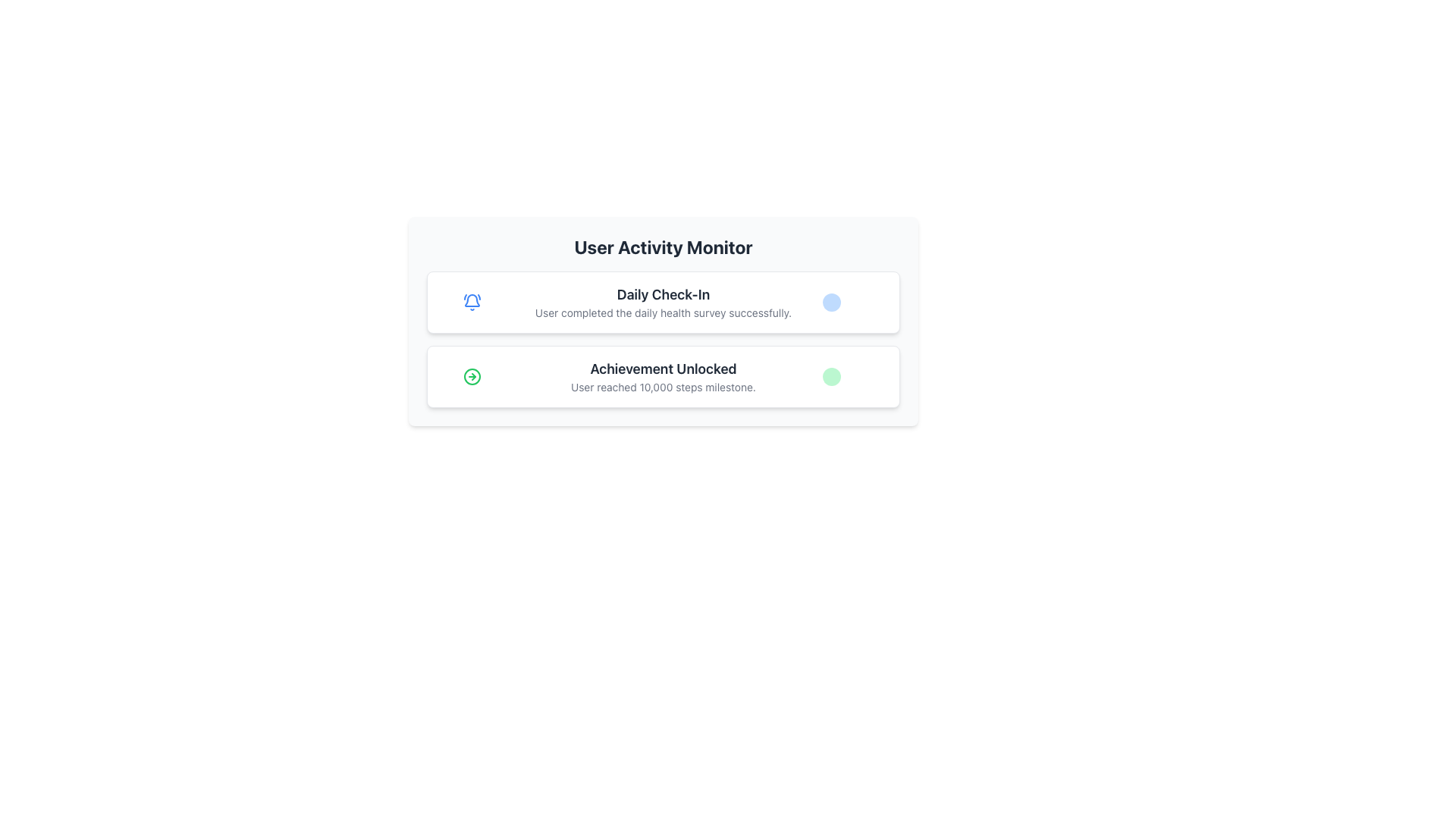 The image size is (1456, 819). I want to click on the Text Label indicating achievement status located in the second card of the 'User Activity Monitor' section, which is the topmost line of text above the description 'User reached 10,000 steps milestone.', so click(663, 369).